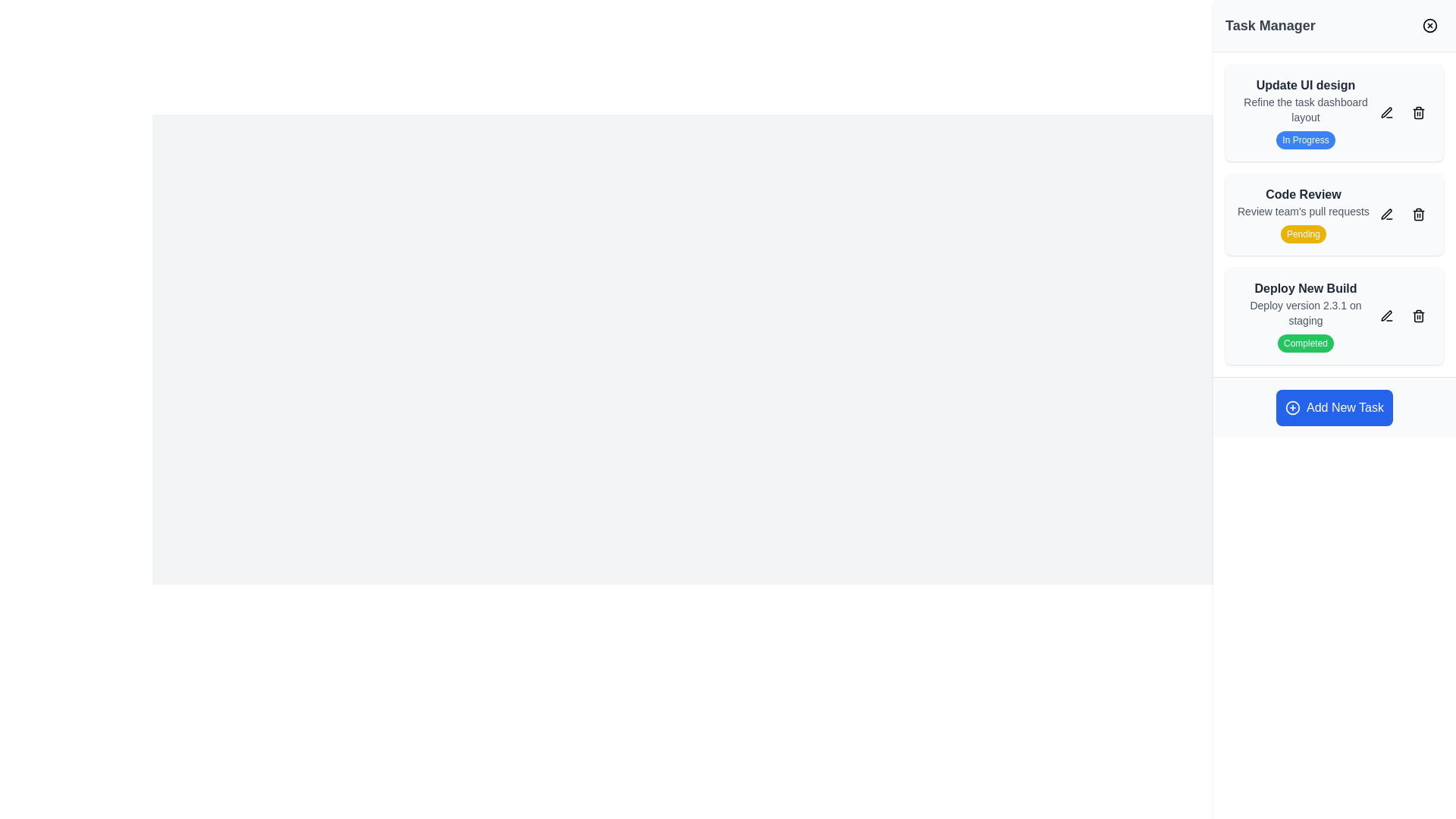 The height and width of the screenshot is (819, 1456). I want to click on the delete icon button associated with the task 'Update UI design', so click(1418, 112).